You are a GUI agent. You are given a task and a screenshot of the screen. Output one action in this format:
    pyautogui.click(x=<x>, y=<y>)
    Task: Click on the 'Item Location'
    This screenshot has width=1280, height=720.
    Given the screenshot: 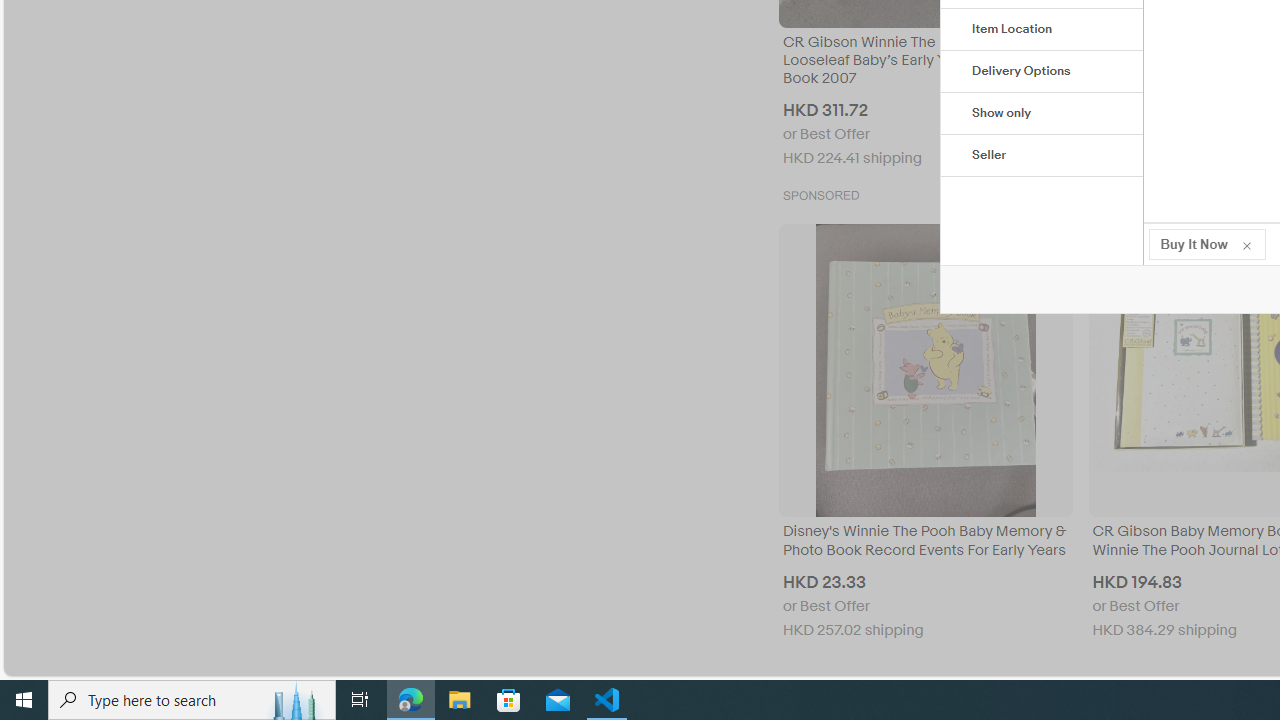 What is the action you would take?
    pyautogui.click(x=1041, y=29)
    